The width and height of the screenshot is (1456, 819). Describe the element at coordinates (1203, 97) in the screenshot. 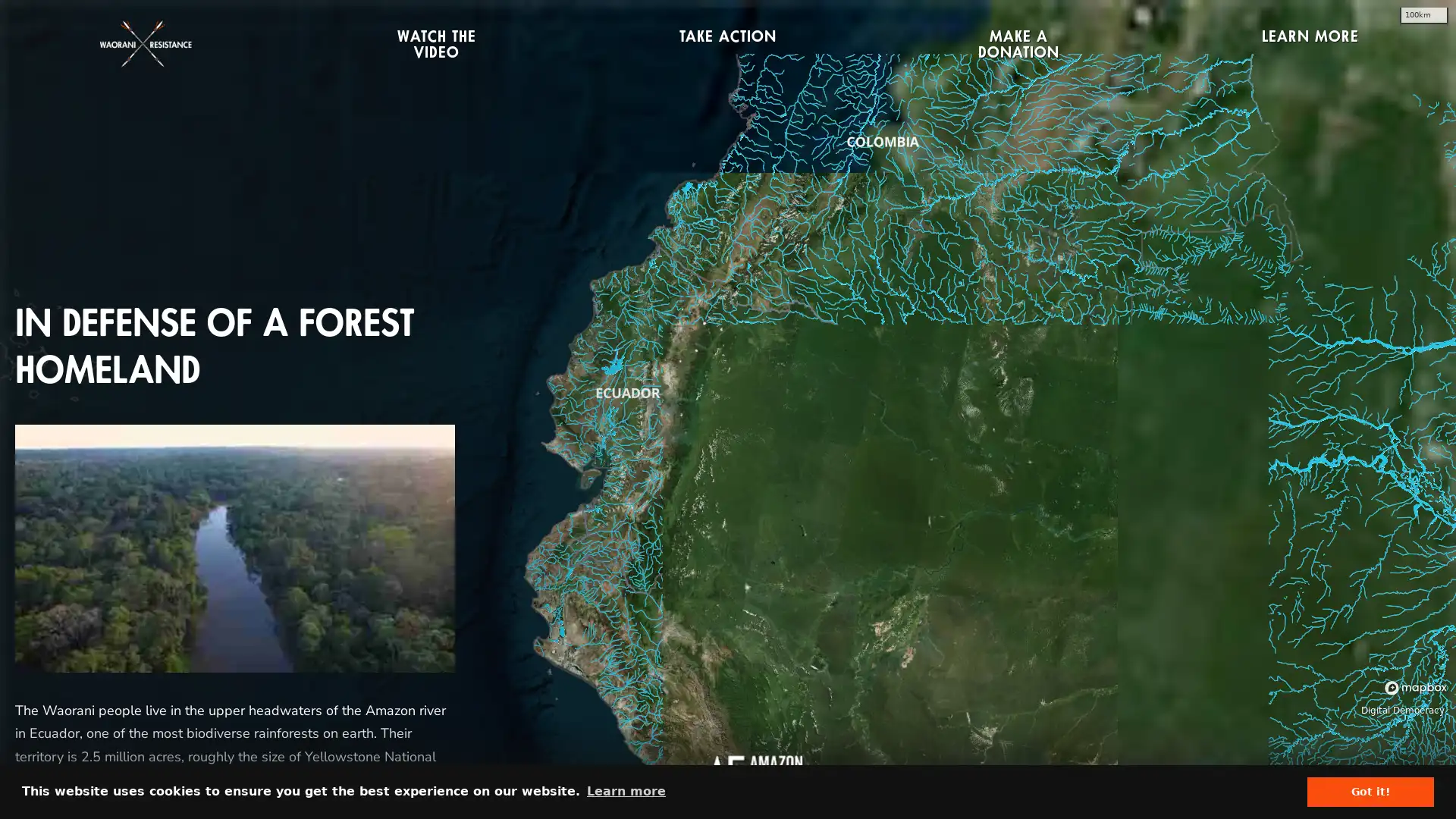

I see `CLOSE` at that location.